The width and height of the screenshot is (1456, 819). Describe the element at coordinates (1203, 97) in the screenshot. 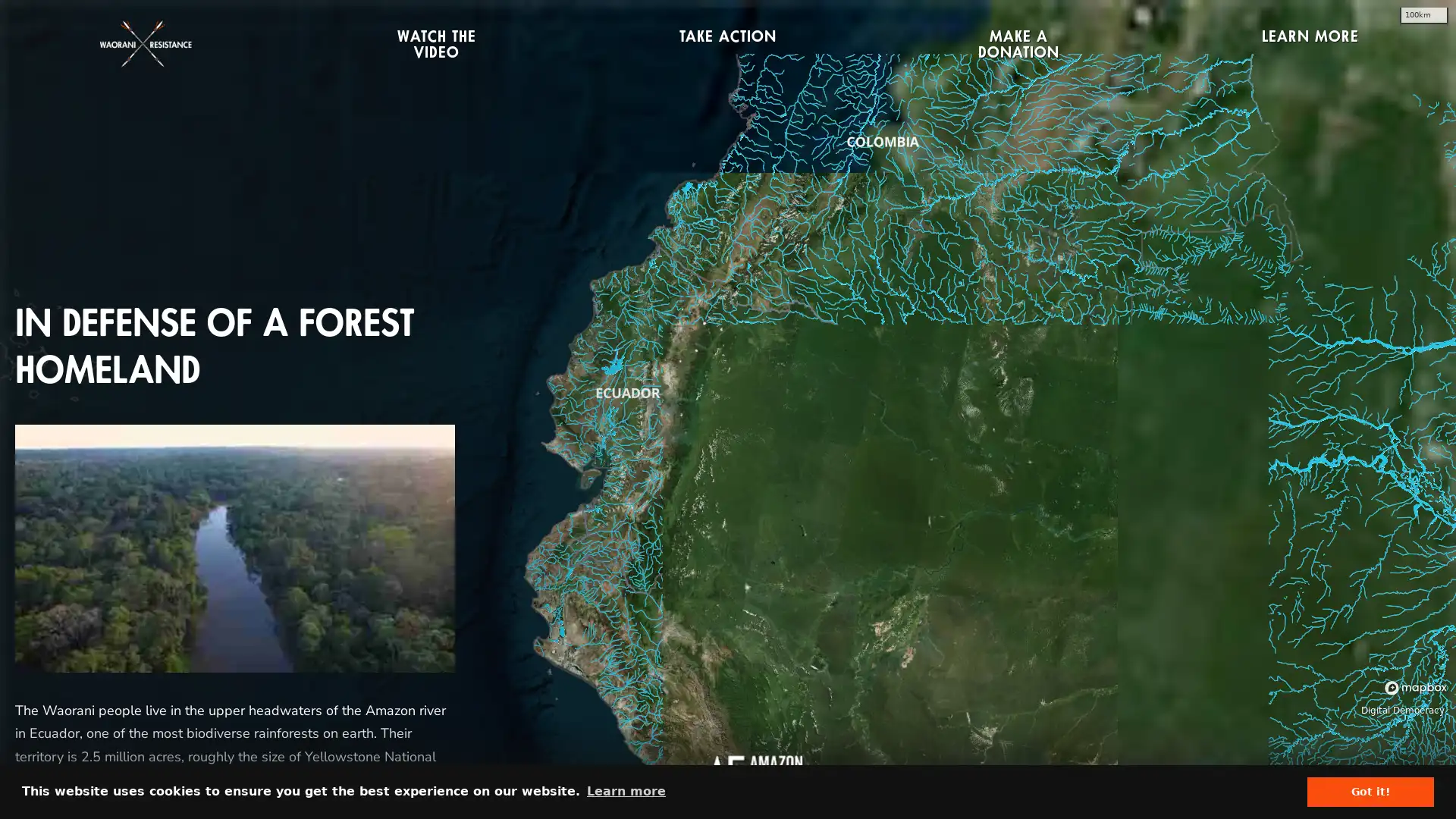

I see `CLOSE` at that location.